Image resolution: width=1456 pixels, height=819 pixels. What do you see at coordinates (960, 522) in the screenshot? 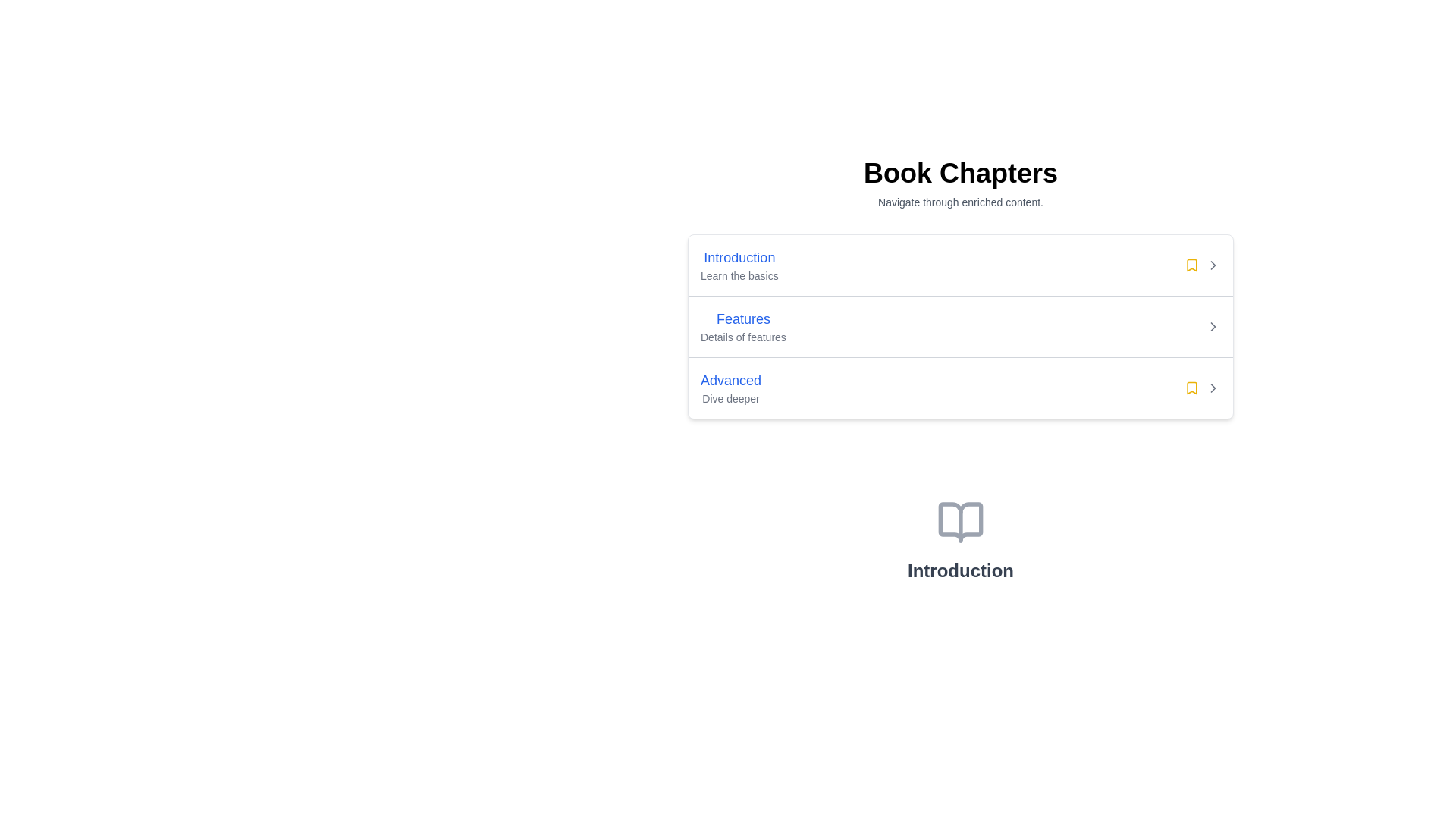
I see `the right-side page of the open-book icon located below the chapter list titled 'Introduction', 'Features', and 'Advanced'` at bounding box center [960, 522].